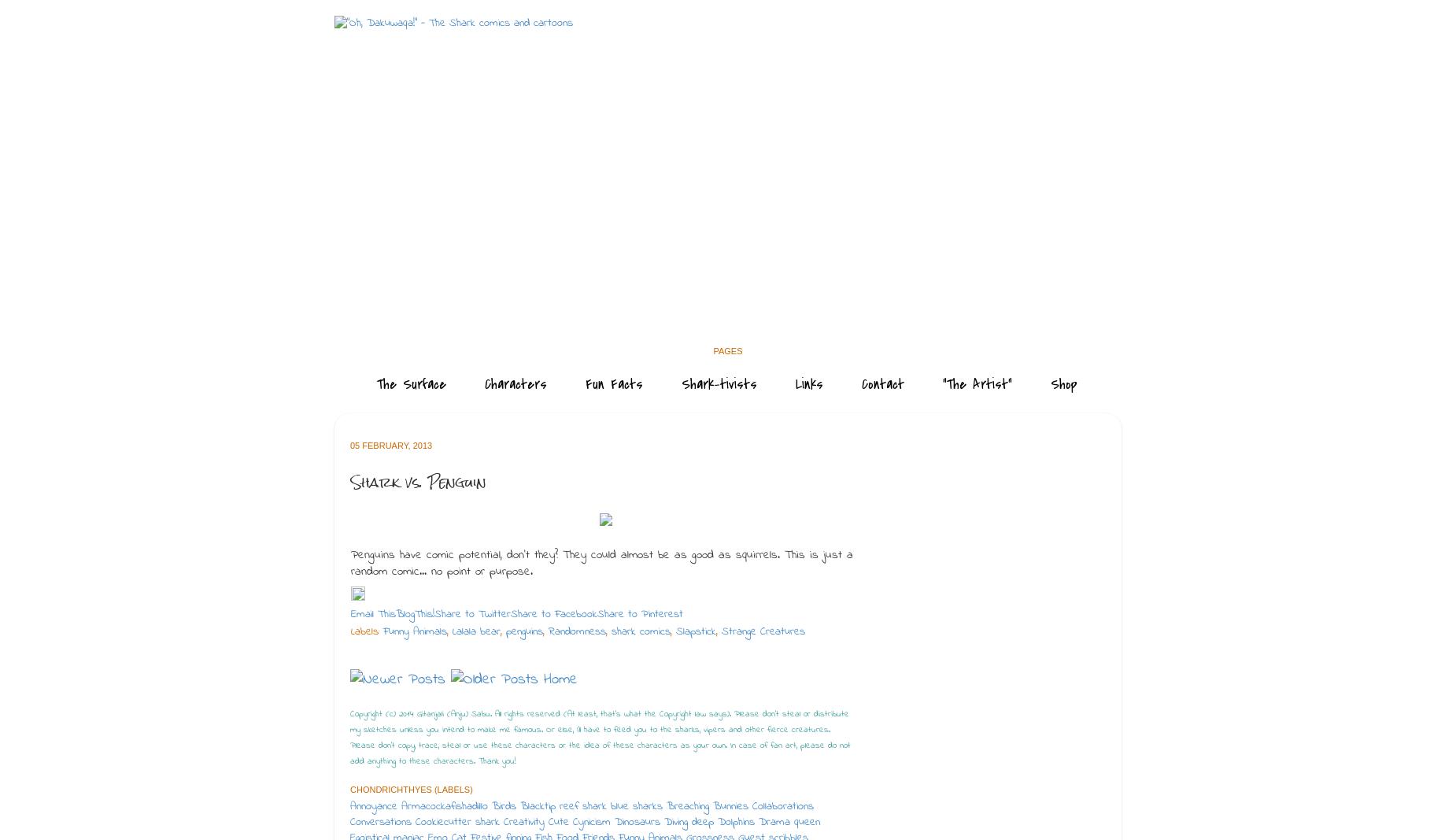 Image resolution: width=1456 pixels, height=840 pixels. What do you see at coordinates (808, 383) in the screenshot?
I see `'Links'` at bounding box center [808, 383].